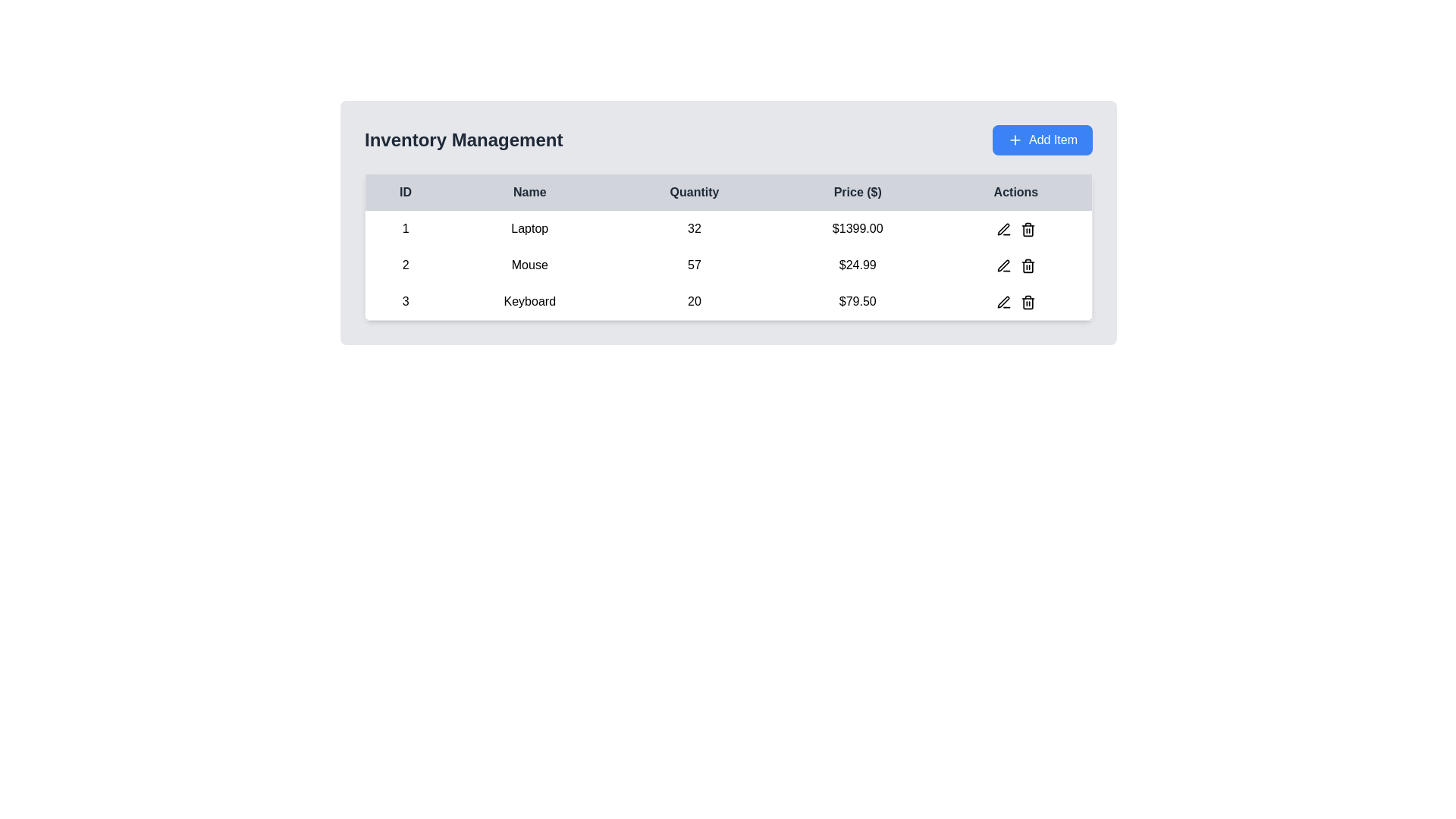  What do you see at coordinates (529, 302) in the screenshot?
I see `the static text label displaying 'Keyboard' in the inventory management system, located in the second column of the third row of the table` at bounding box center [529, 302].